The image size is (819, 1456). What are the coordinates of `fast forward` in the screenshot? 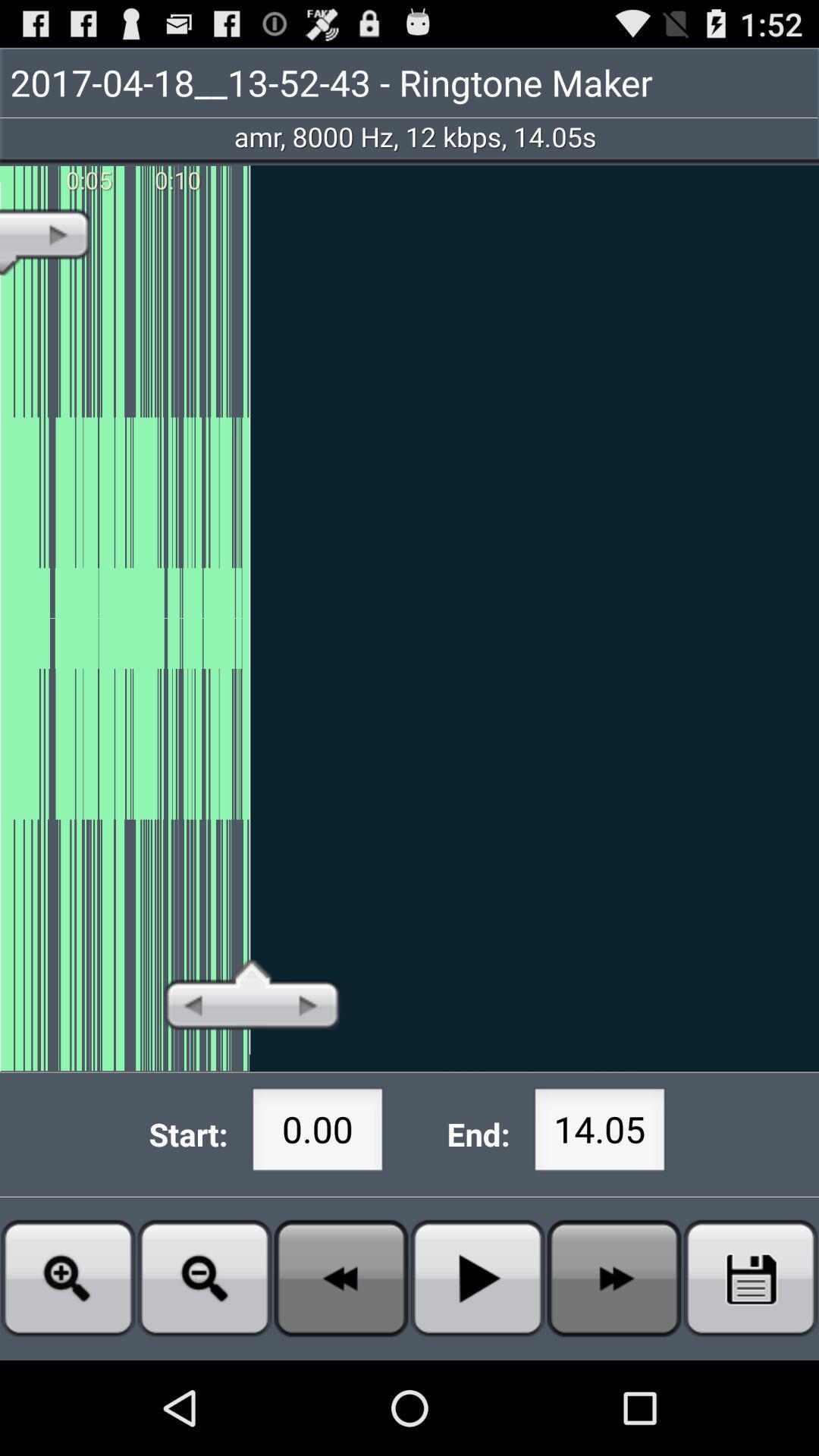 It's located at (614, 1277).